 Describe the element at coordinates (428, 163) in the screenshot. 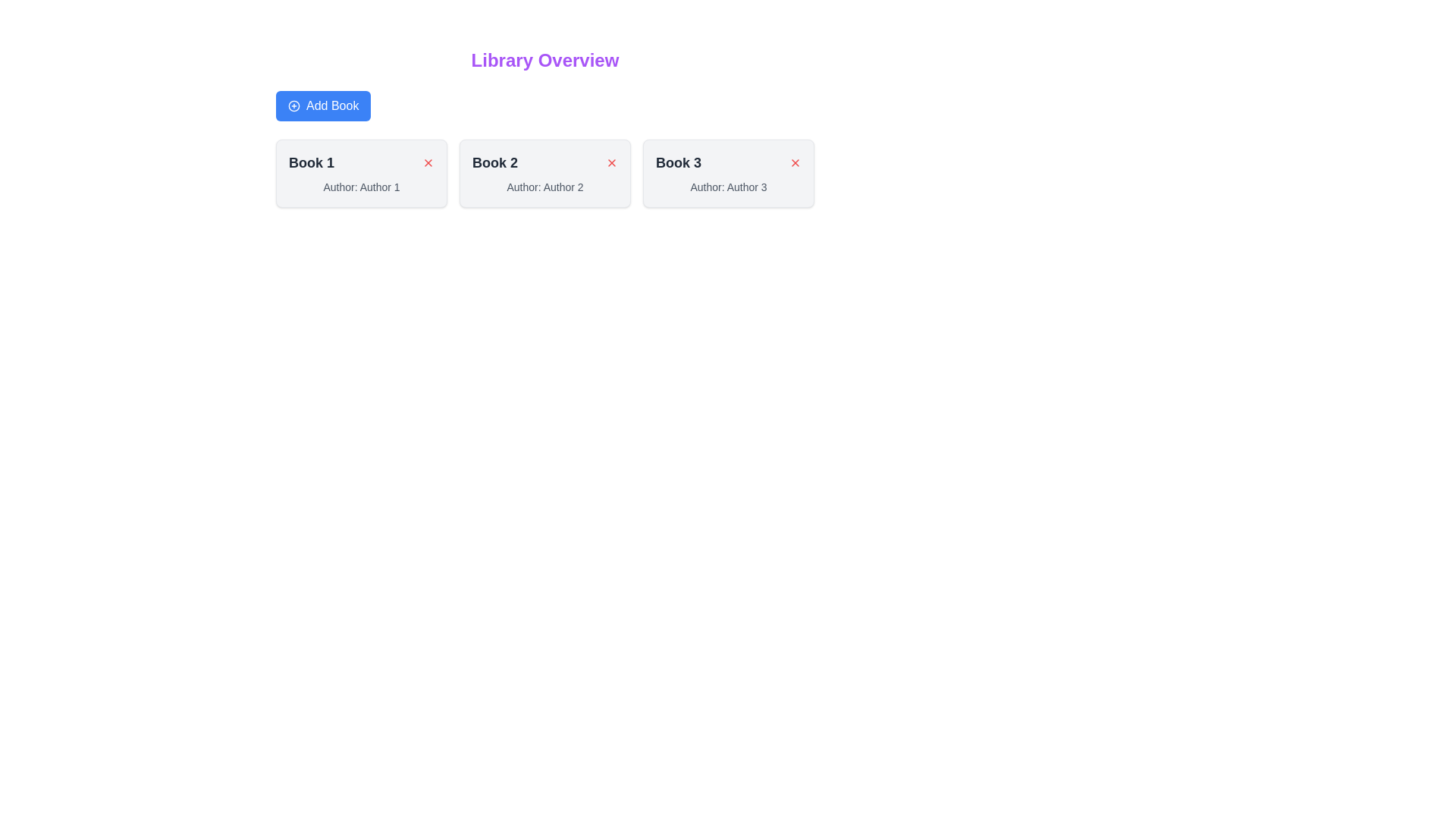

I see `the small red 'X' icon button located to the right of the 'Book 1' title` at that location.